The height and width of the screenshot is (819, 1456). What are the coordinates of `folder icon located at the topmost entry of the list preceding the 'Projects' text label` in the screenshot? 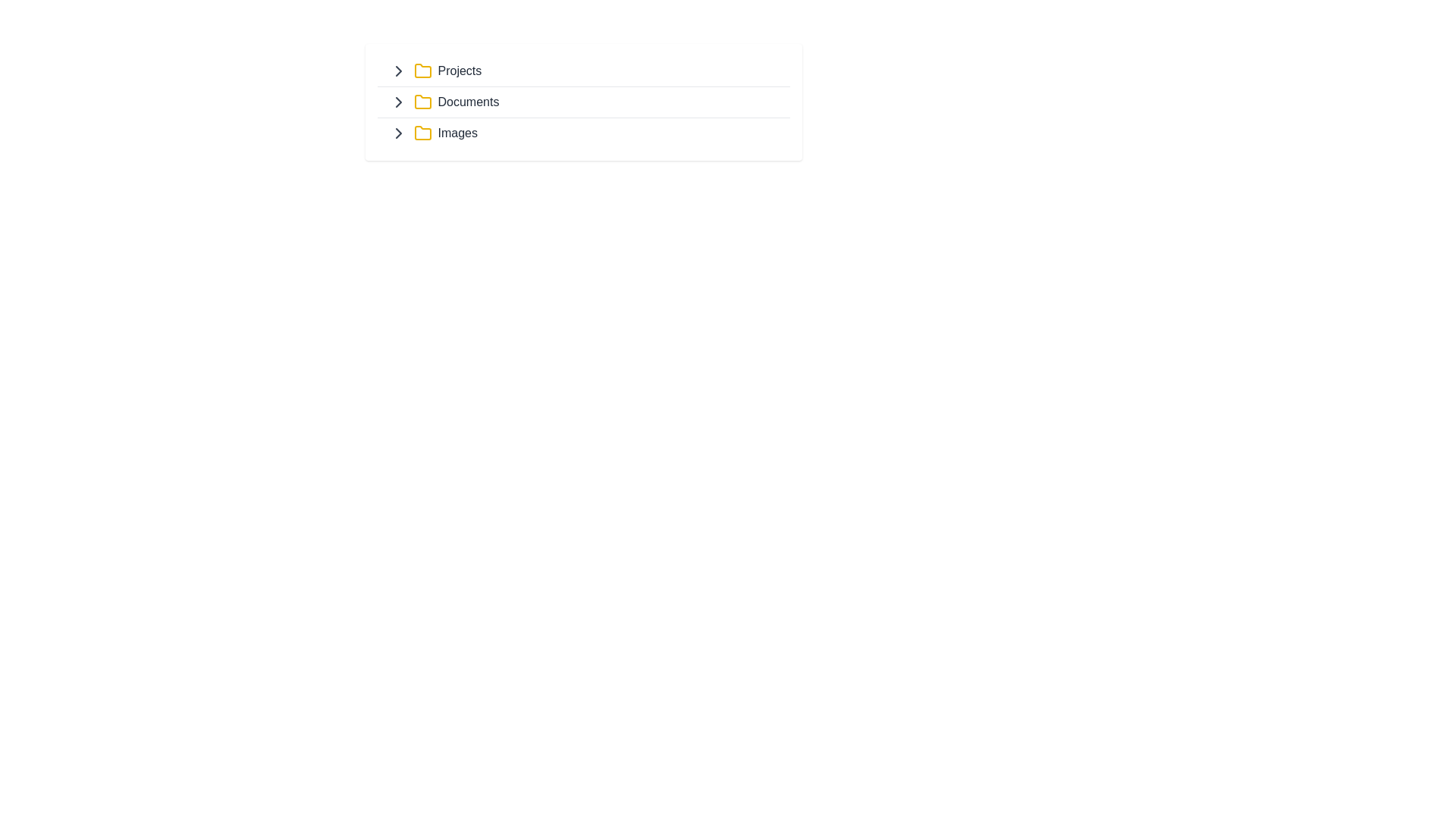 It's located at (422, 71).